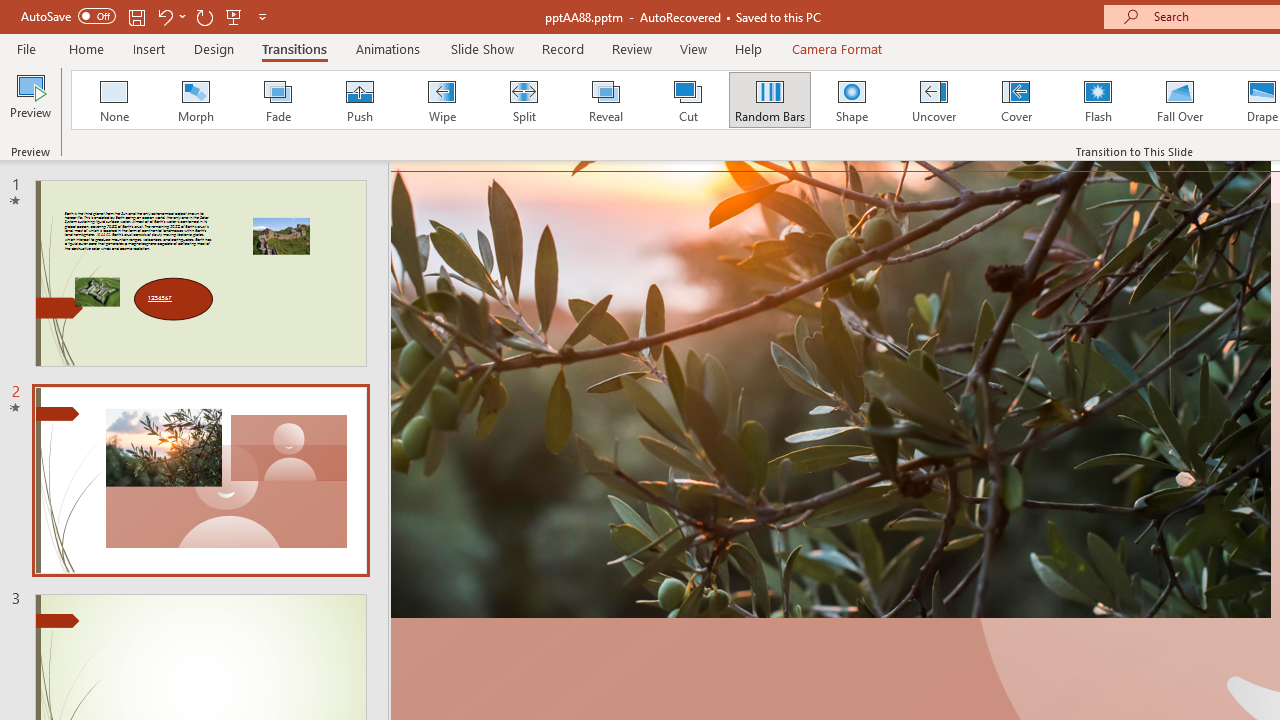 Image resolution: width=1280 pixels, height=720 pixels. What do you see at coordinates (933, 100) in the screenshot?
I see `'Uncover'` at bounding box center [933, 100].